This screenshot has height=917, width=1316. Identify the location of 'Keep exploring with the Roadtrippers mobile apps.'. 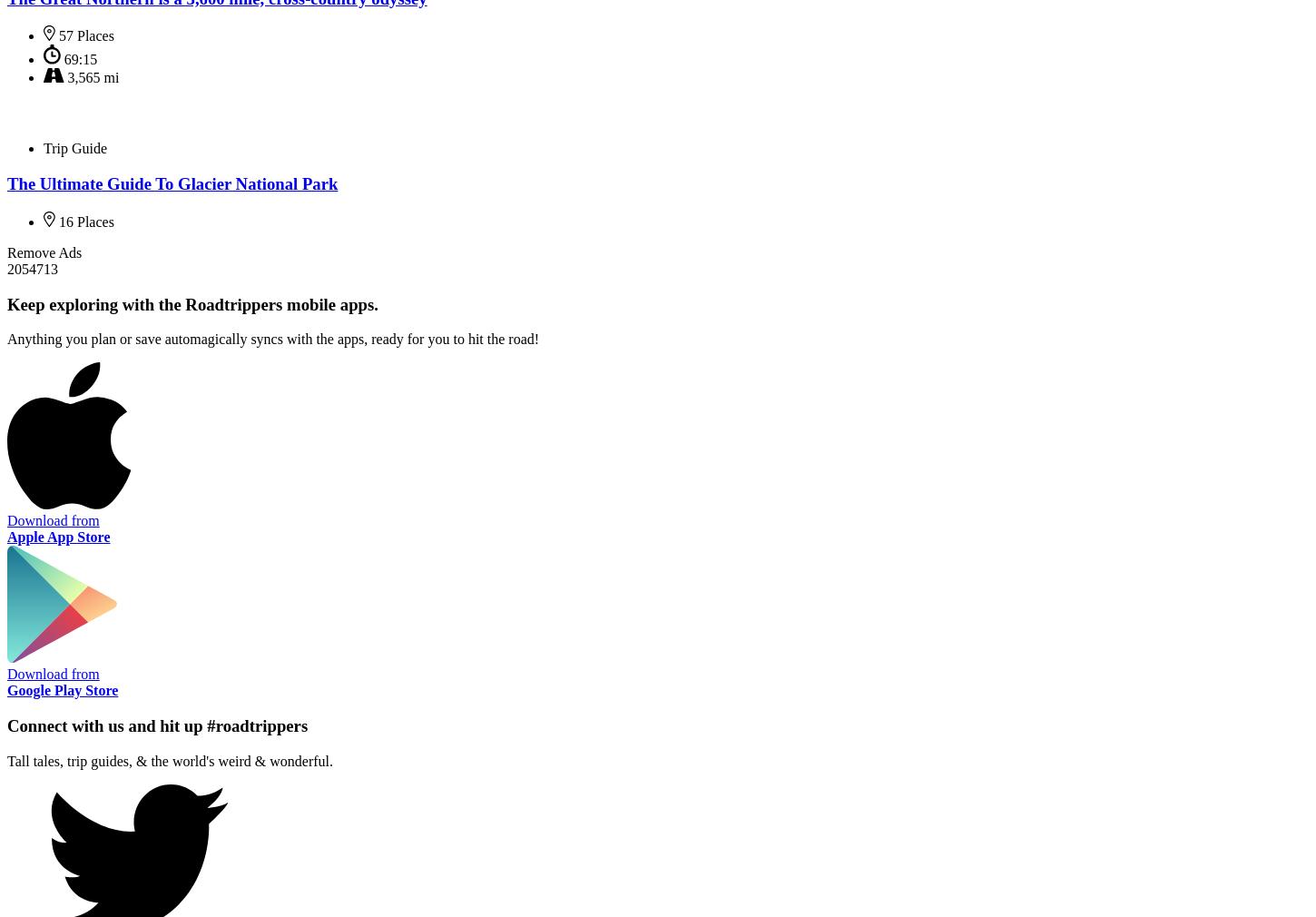
(191, 303).